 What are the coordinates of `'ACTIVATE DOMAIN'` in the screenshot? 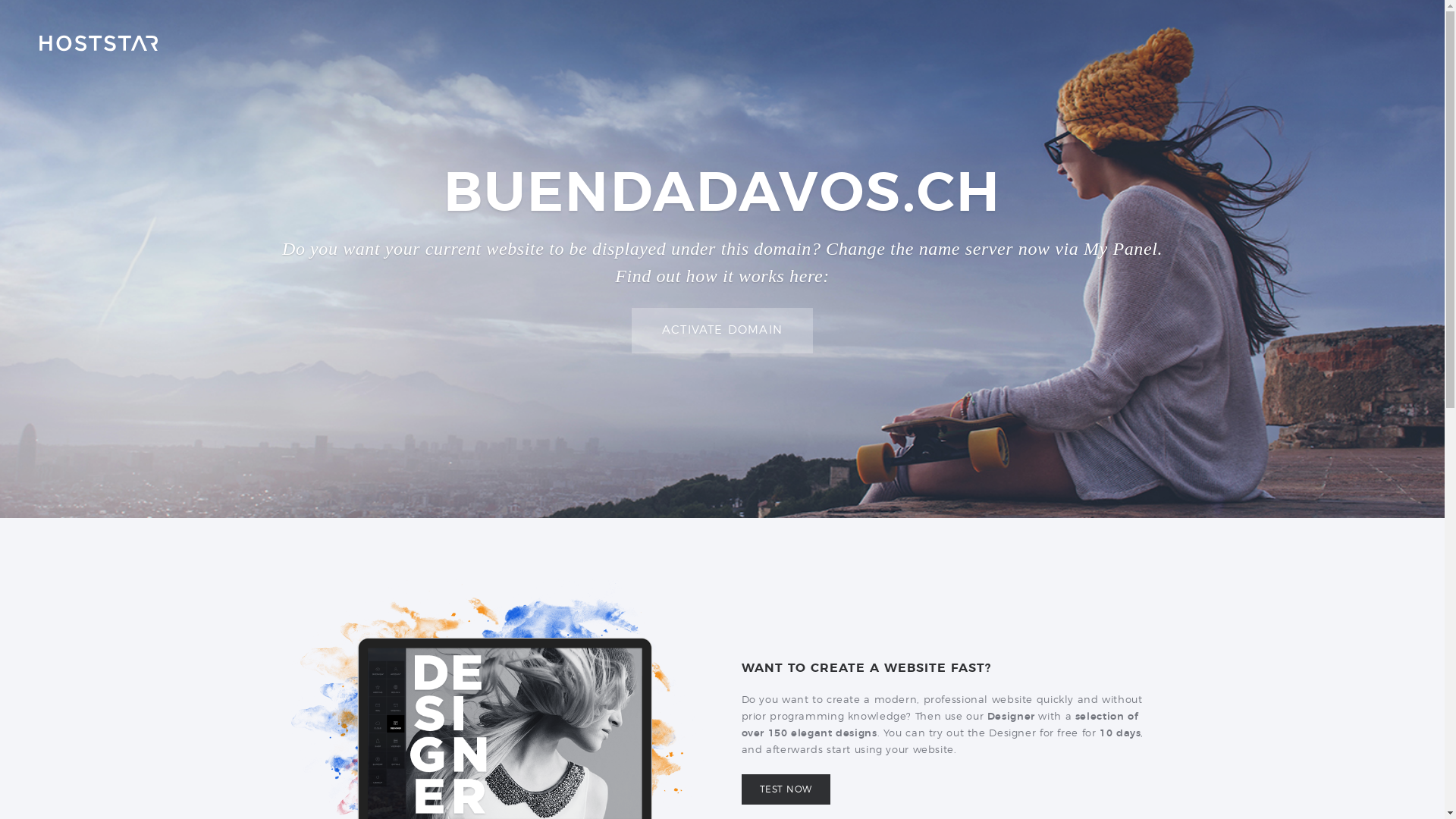 It's located at (632, 330).